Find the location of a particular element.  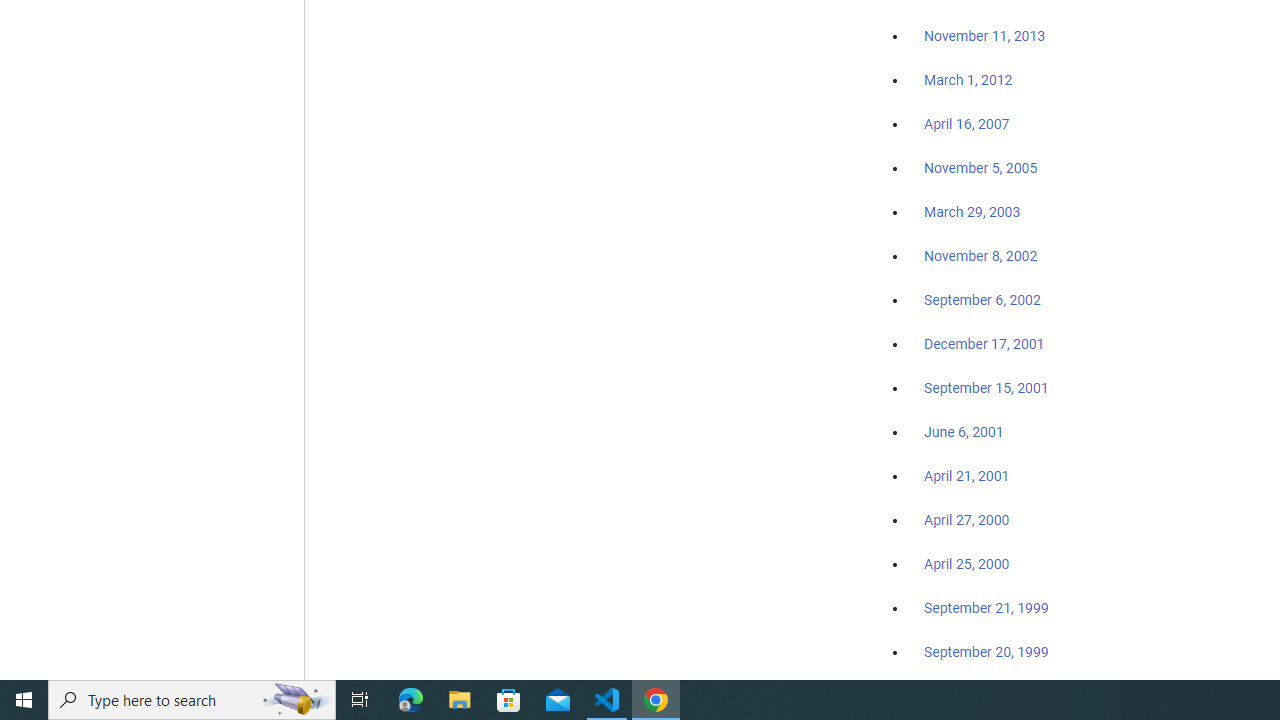

'June 6, 2001' is located at coordinates (963, 431).